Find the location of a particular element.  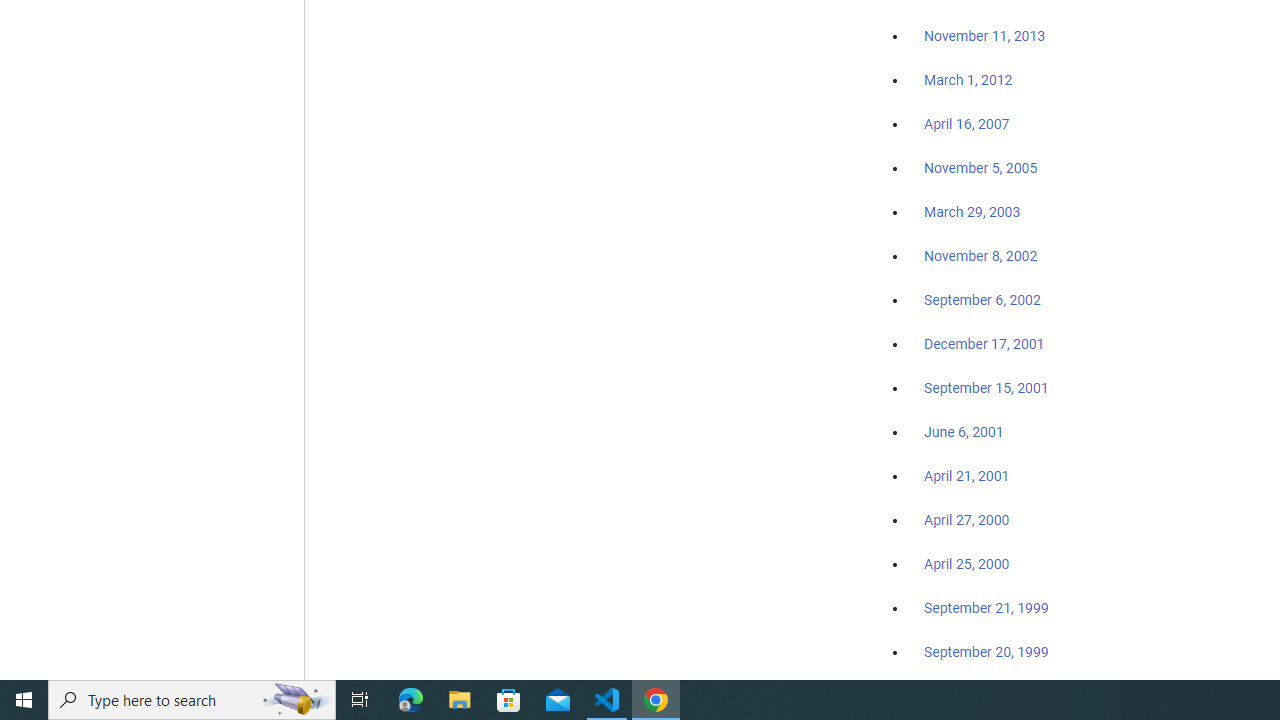

'June 6, 2001' is located at coordinates (963, 431).